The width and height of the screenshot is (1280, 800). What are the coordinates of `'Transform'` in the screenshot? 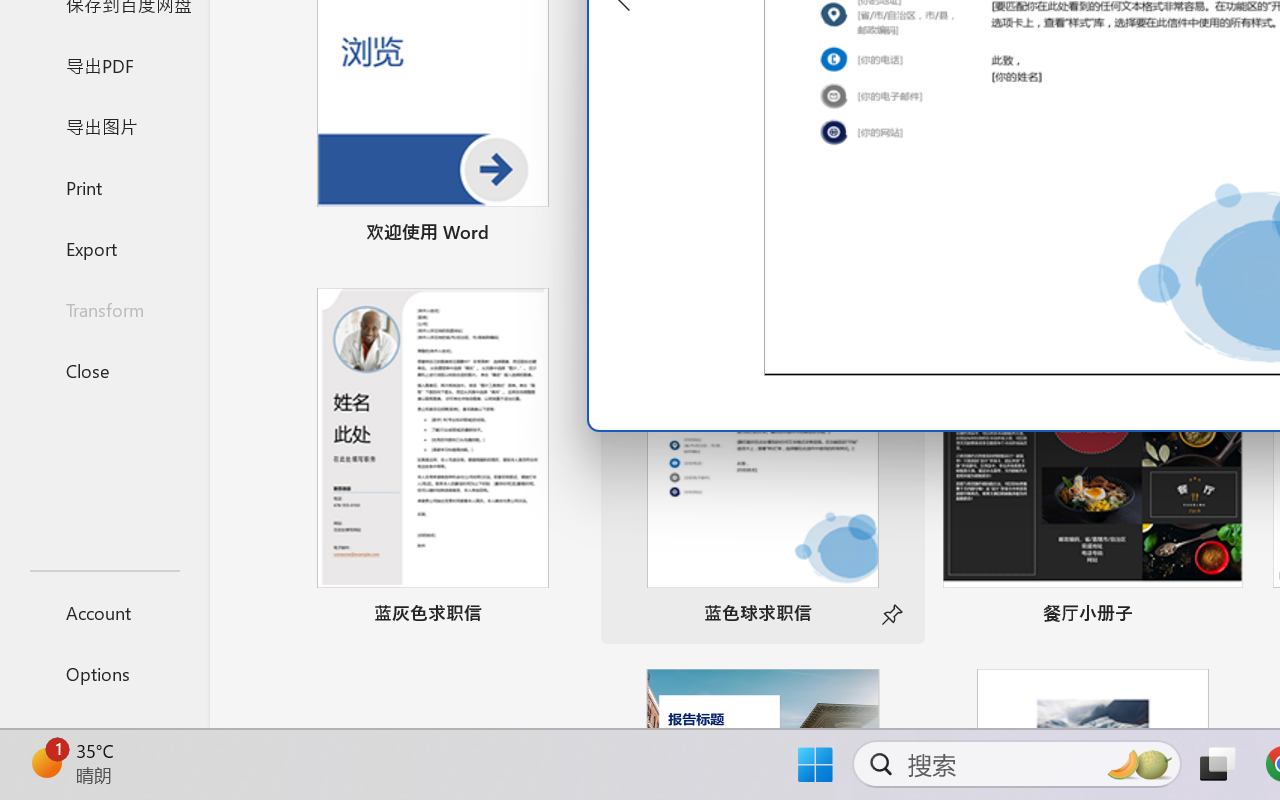 It's located at (103, 308).